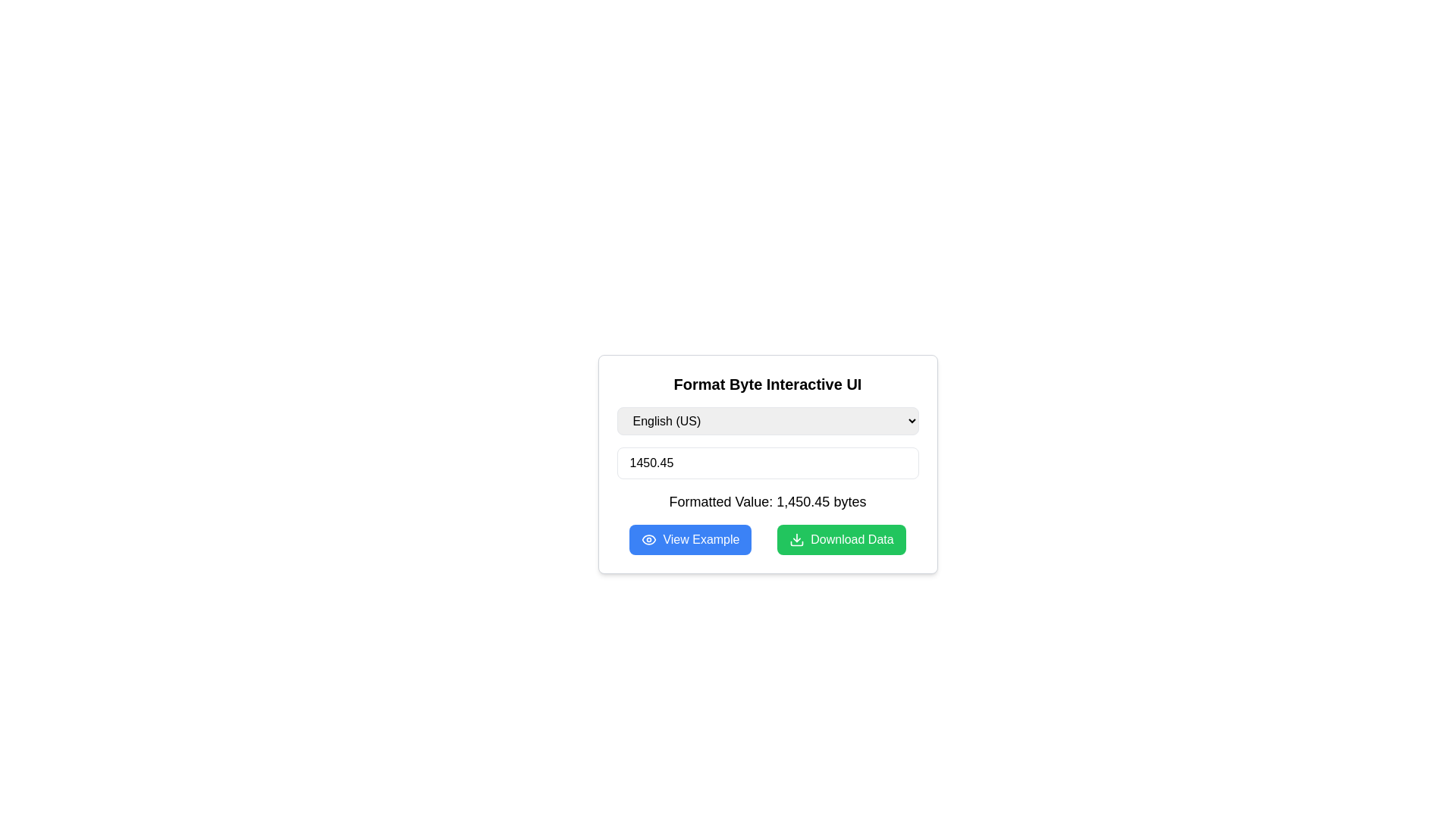 The height and width of the screenshot is (819, 1456). I want to click on the first button located to the left of the 'Download Data' button, so click(689, 539).